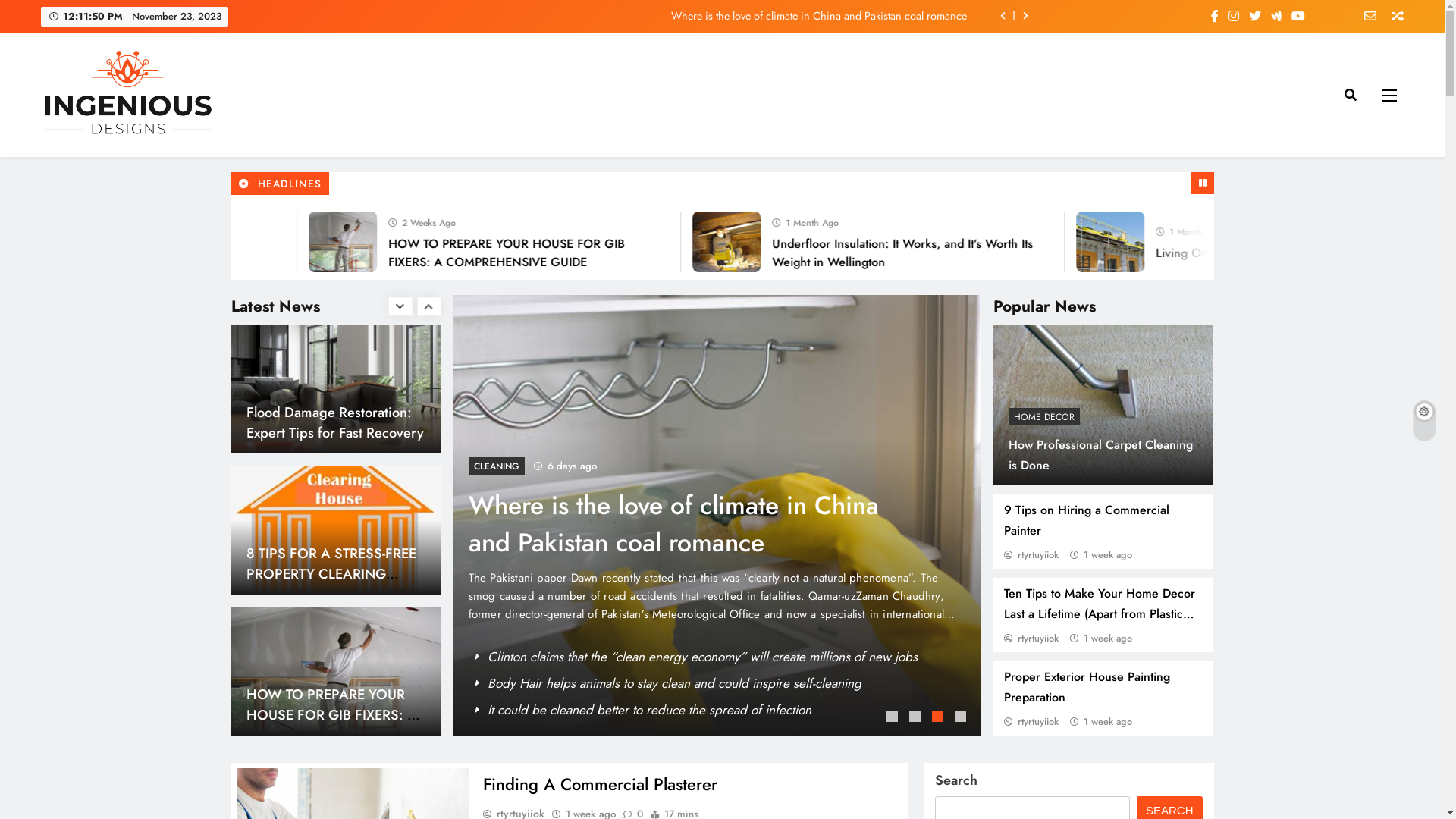  Describe the element at coordinates (1100, 454) in the screenshot. I see `'How Professional Carpet Cleaning is Done'` at that location.